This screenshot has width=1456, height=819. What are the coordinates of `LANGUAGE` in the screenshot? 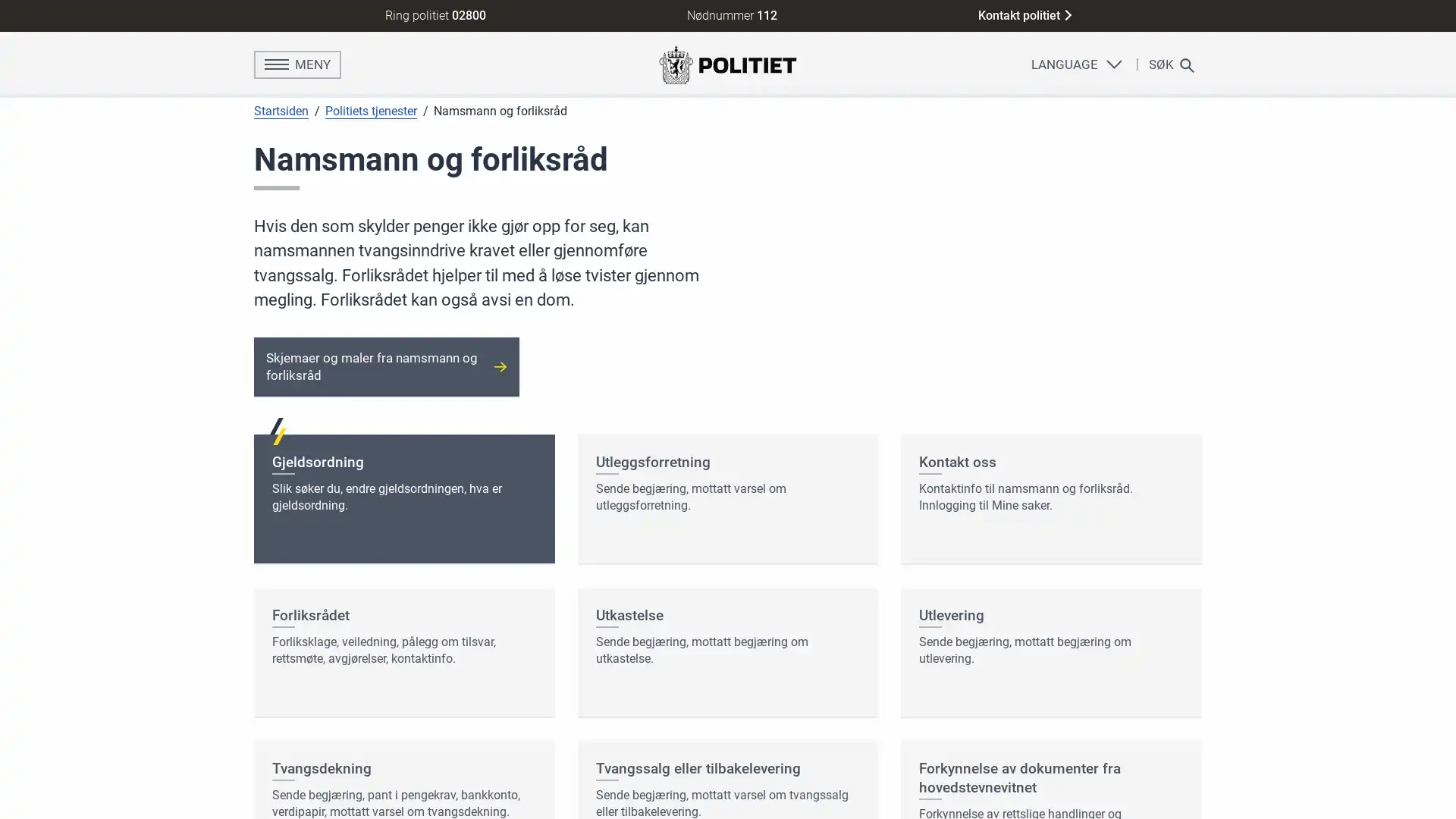 It's located at (1064, 63).